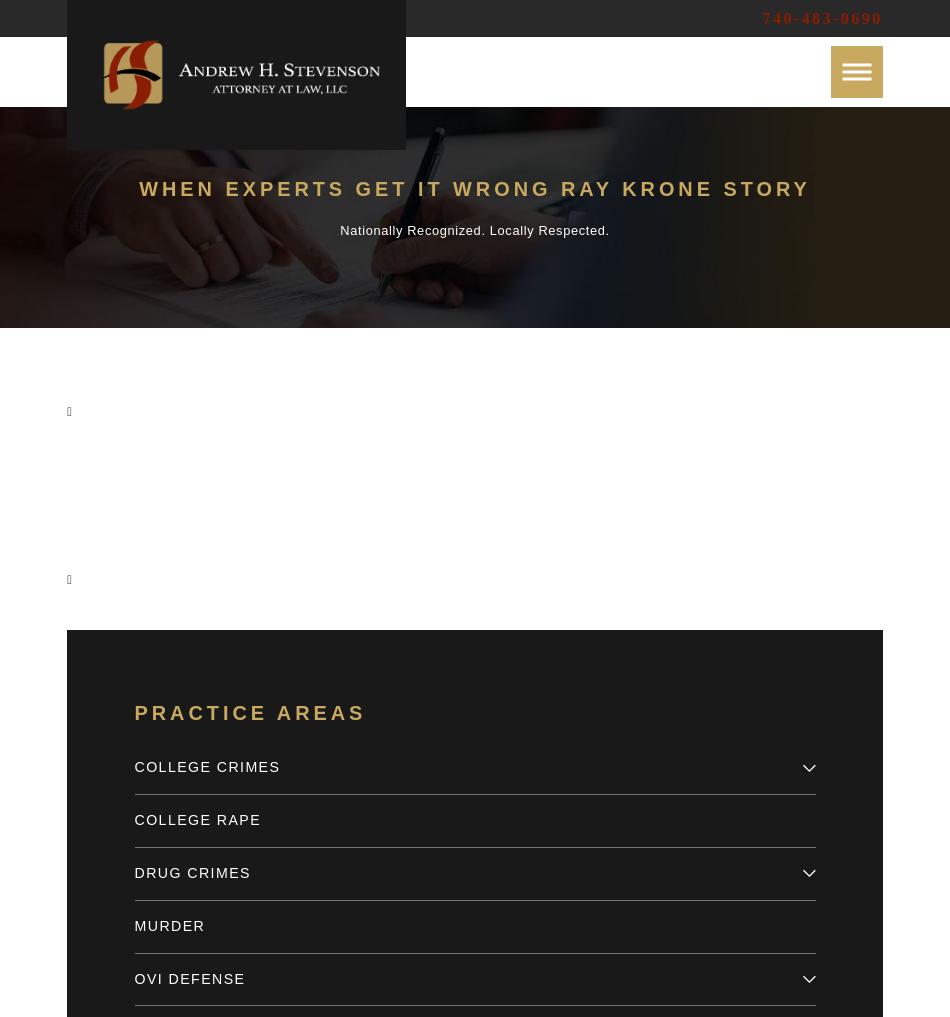 Image resolution: width=950 pixels, height=1017 pixels. I want to click on 'Case Results', so click(79, 126).